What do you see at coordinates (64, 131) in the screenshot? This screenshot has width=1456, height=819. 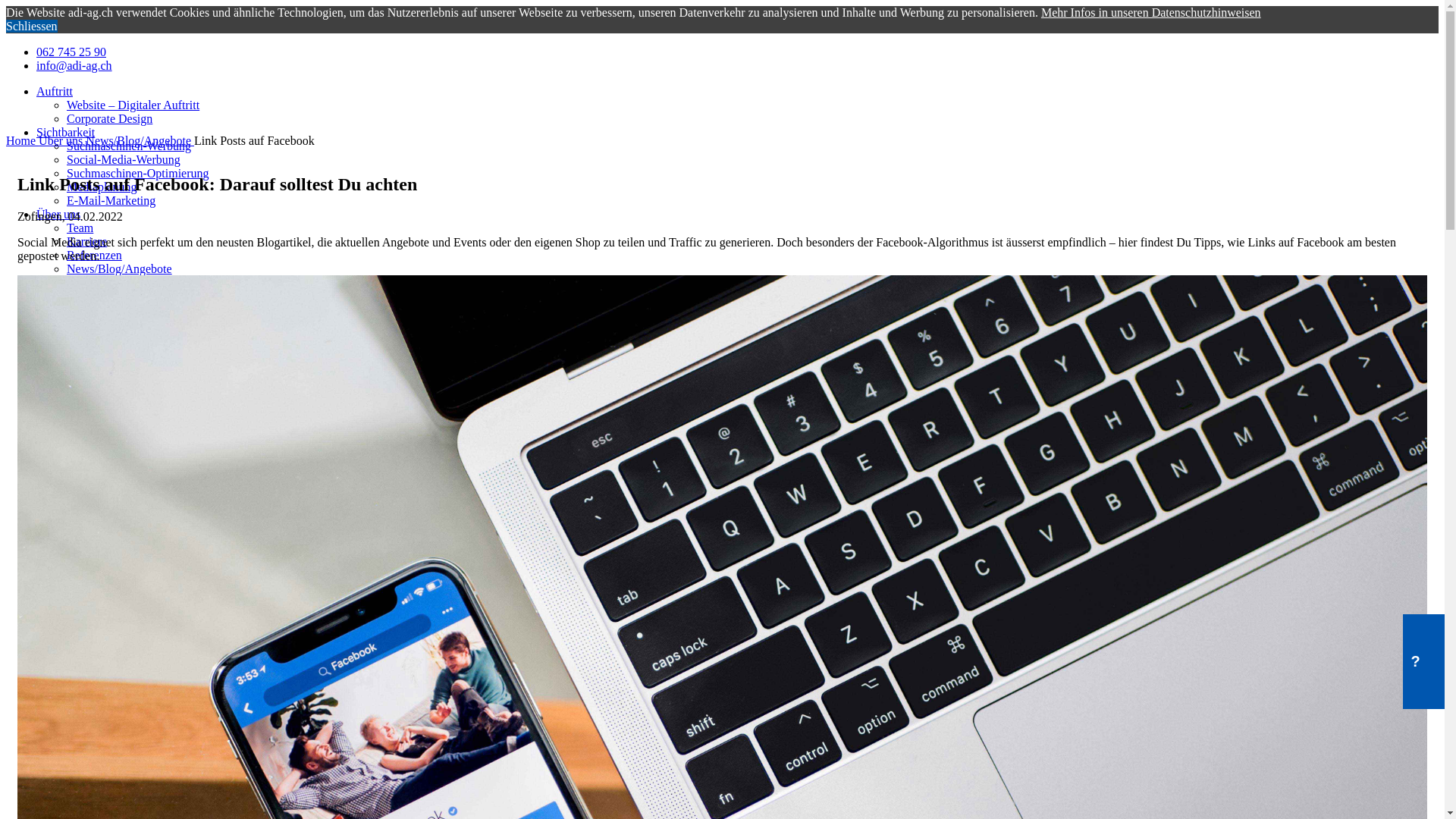 I see `'Sichtbarkeit'` at bounding box center [64, 131].